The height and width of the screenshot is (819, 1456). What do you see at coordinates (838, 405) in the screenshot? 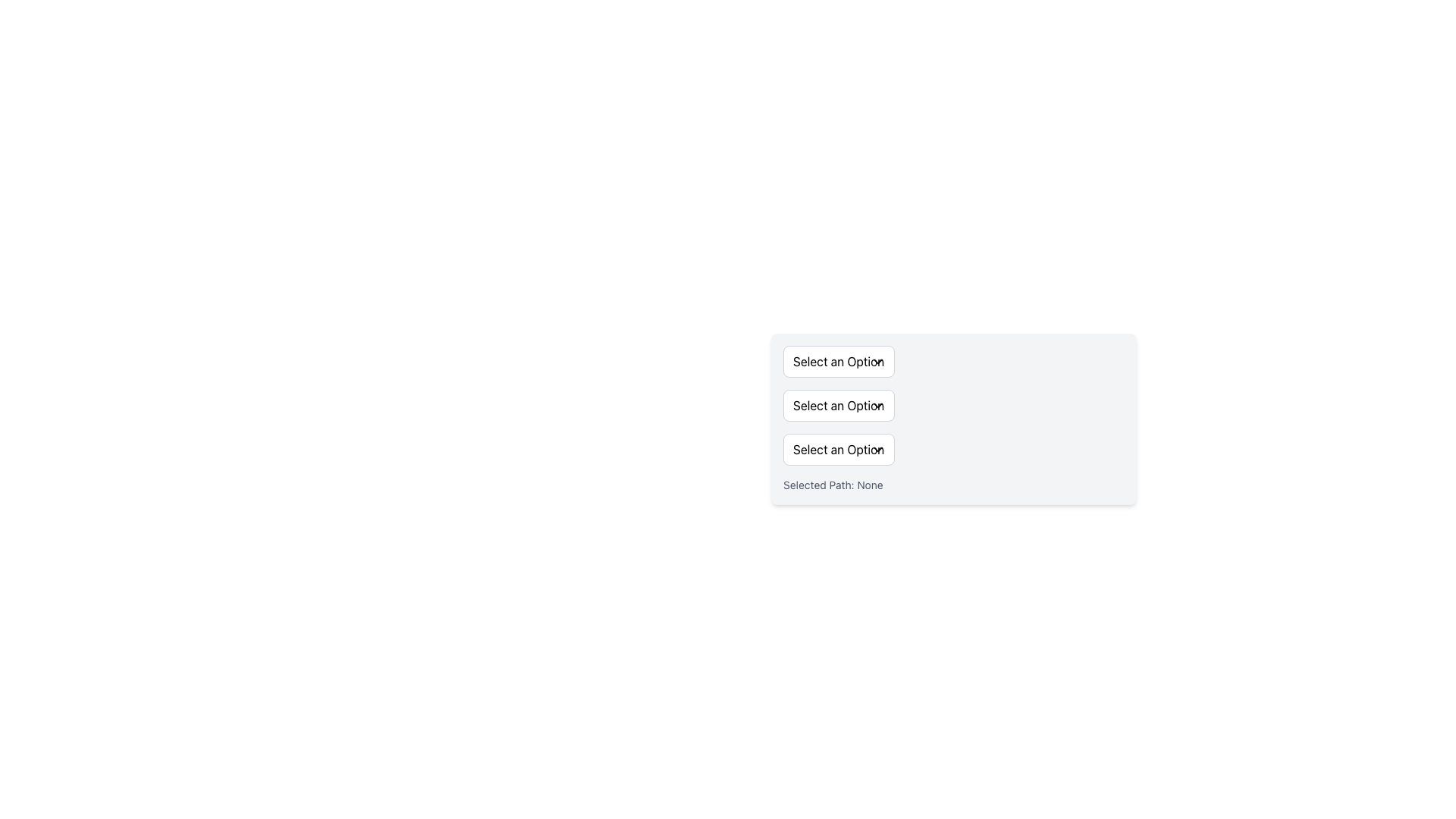
I see `the button labeled 'Select an Option' with a right-aligned chevron-down icon` at bounding box center [838, 405].